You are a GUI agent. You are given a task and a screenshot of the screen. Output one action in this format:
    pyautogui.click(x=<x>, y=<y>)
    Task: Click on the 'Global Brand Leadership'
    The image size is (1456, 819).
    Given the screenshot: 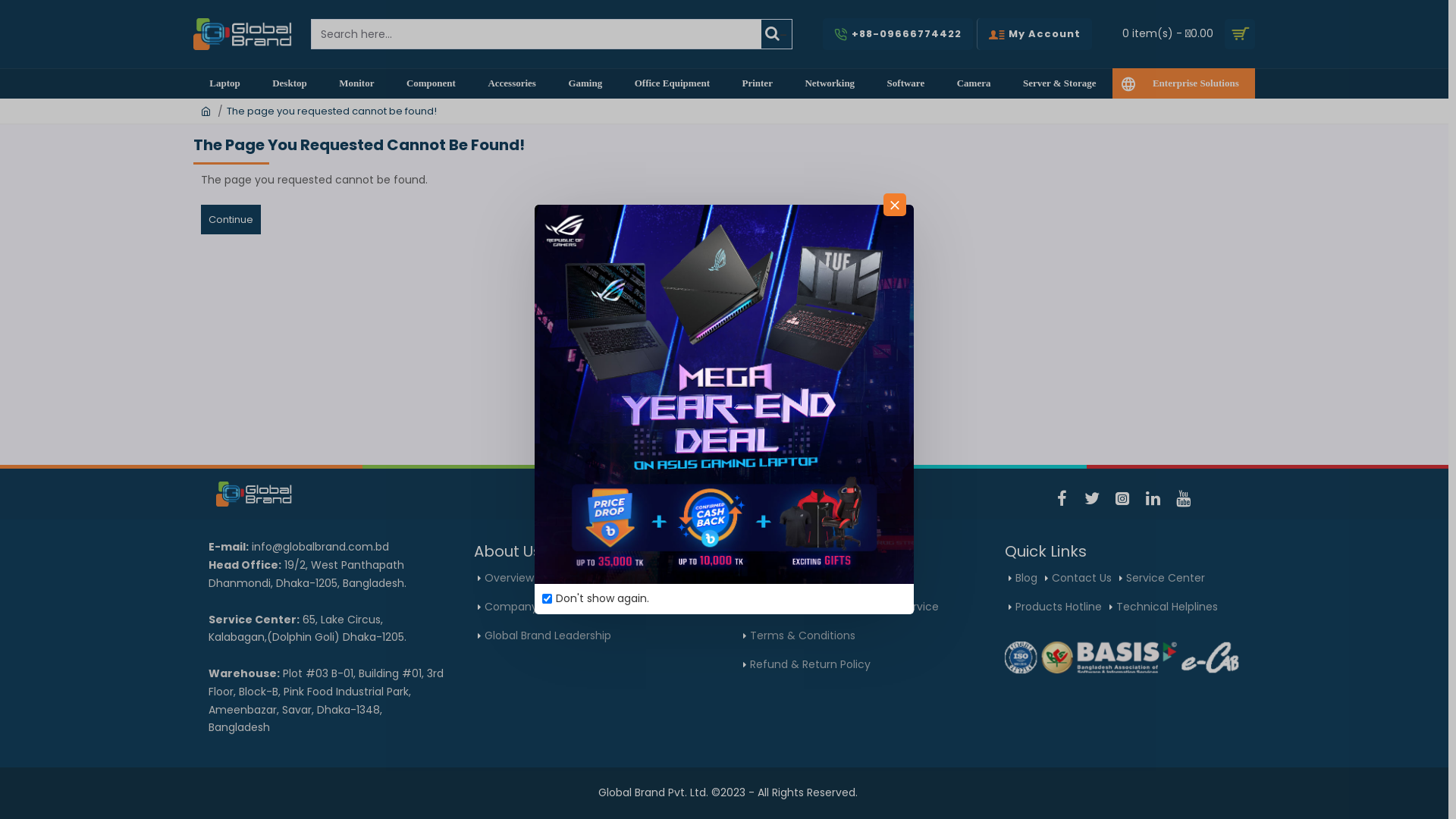 What is the action you would take?
    pyautogui.click(x=544, y=636)
    